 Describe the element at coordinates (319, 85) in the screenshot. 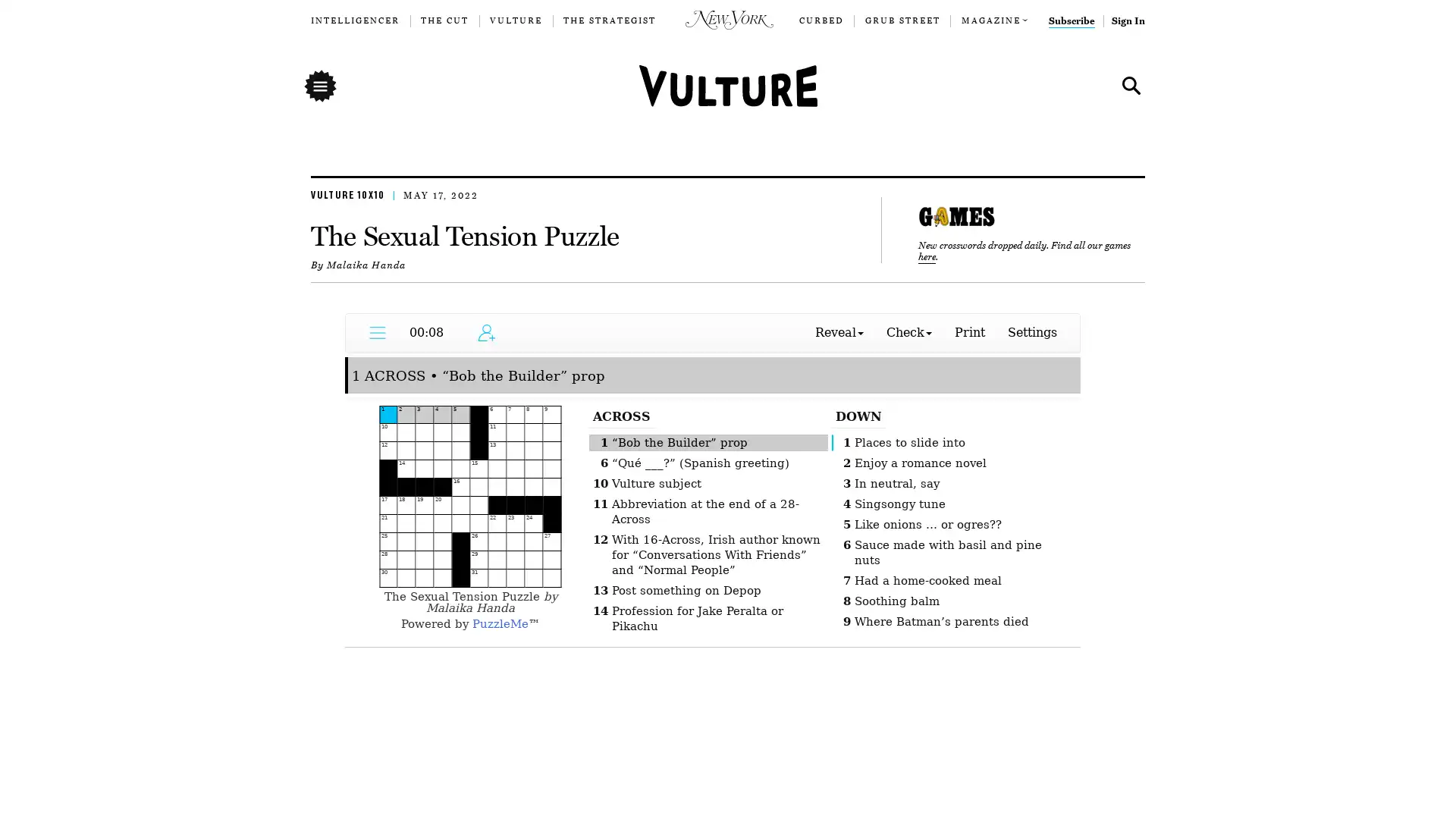

I see `Menu` at that location.